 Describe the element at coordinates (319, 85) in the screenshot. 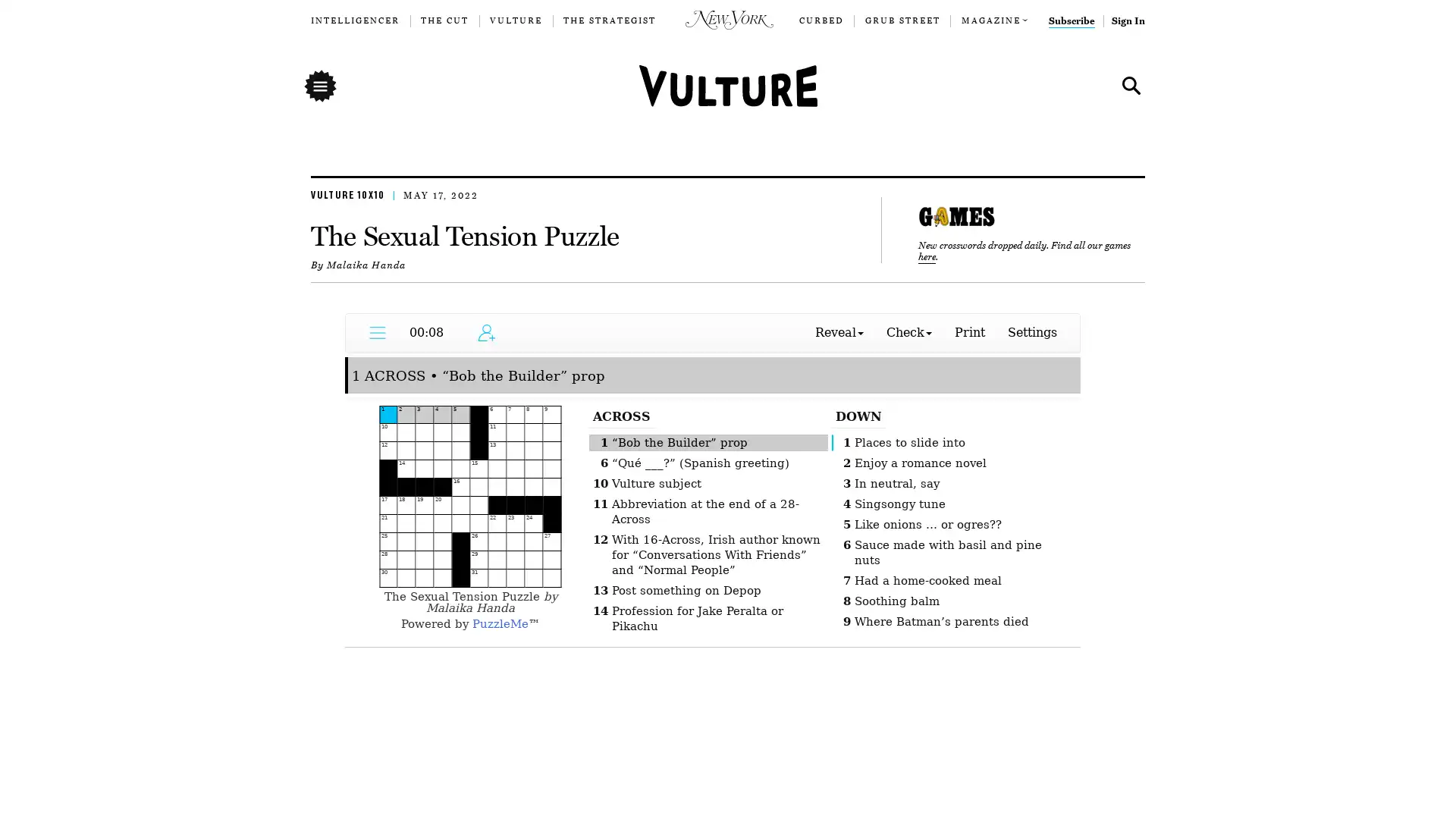

I see `Menu` at that location.